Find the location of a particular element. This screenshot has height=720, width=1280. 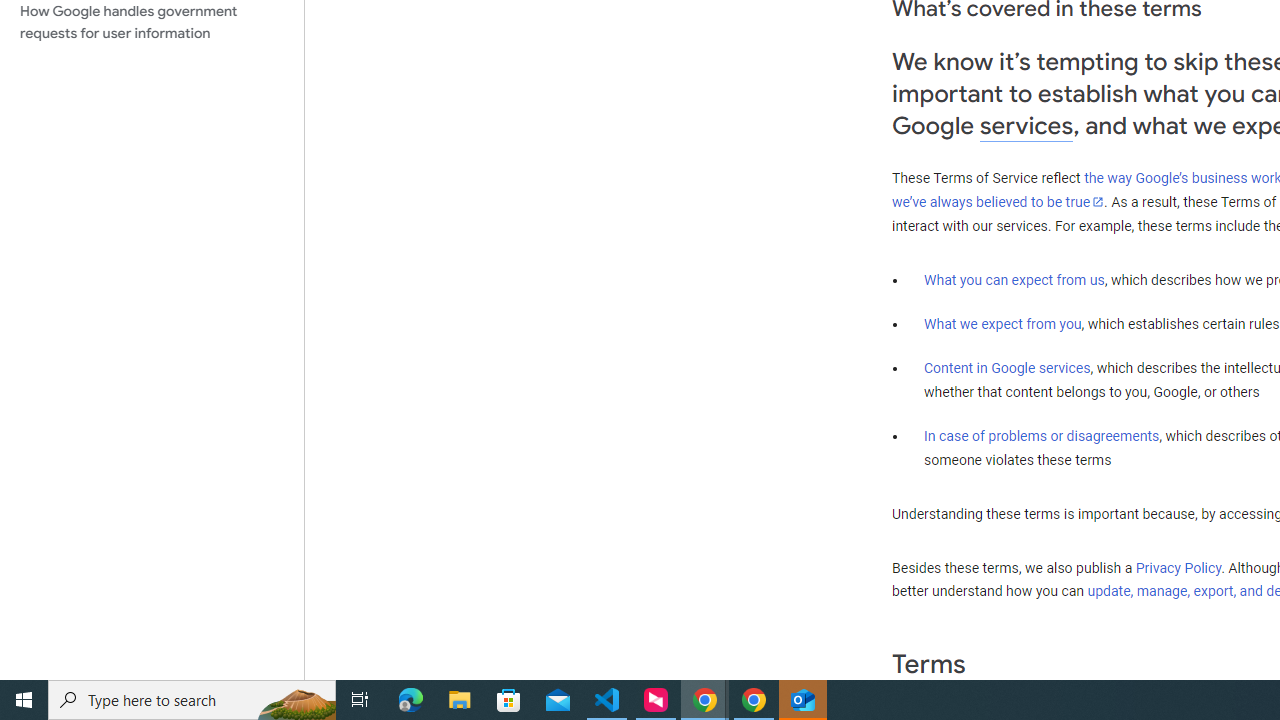

'Content in Google services' is located at coordinates (1007, 368).